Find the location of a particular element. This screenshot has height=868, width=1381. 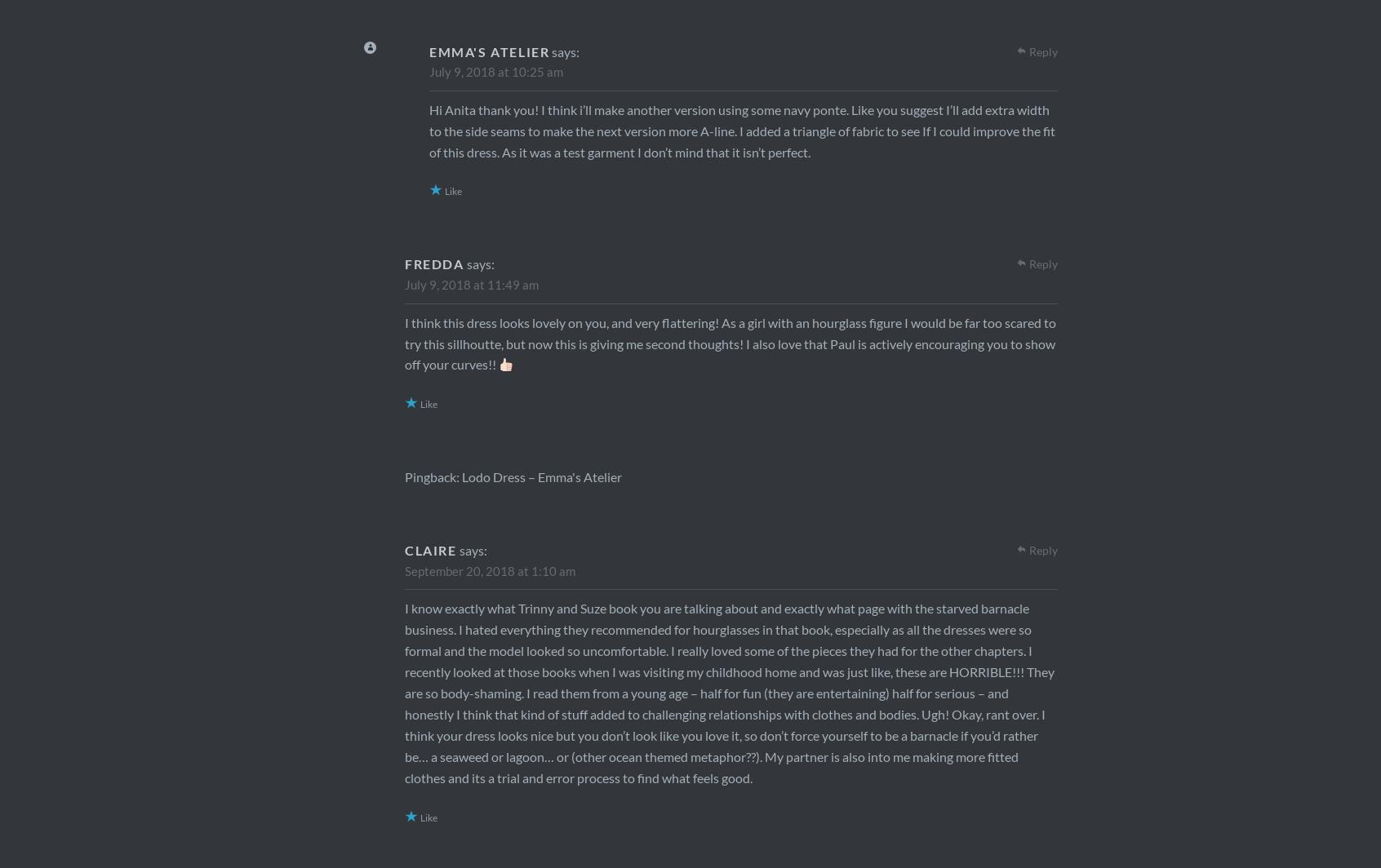

'July 9, 2018 at 10:25 am' is located at coordinates (495, 71).